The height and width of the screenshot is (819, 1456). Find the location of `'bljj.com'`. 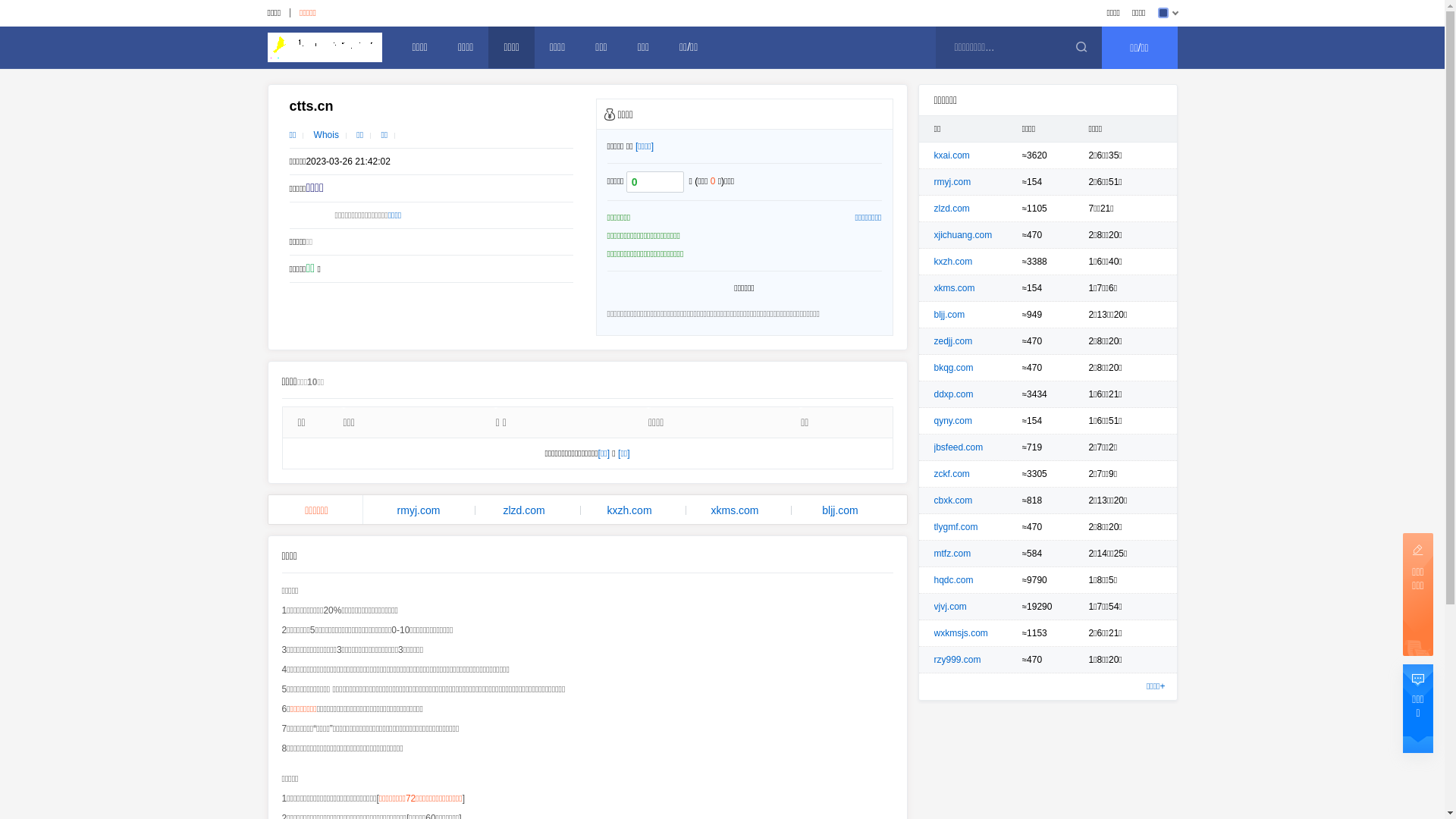

'bljj.com' is located at coordinates (949, 314).